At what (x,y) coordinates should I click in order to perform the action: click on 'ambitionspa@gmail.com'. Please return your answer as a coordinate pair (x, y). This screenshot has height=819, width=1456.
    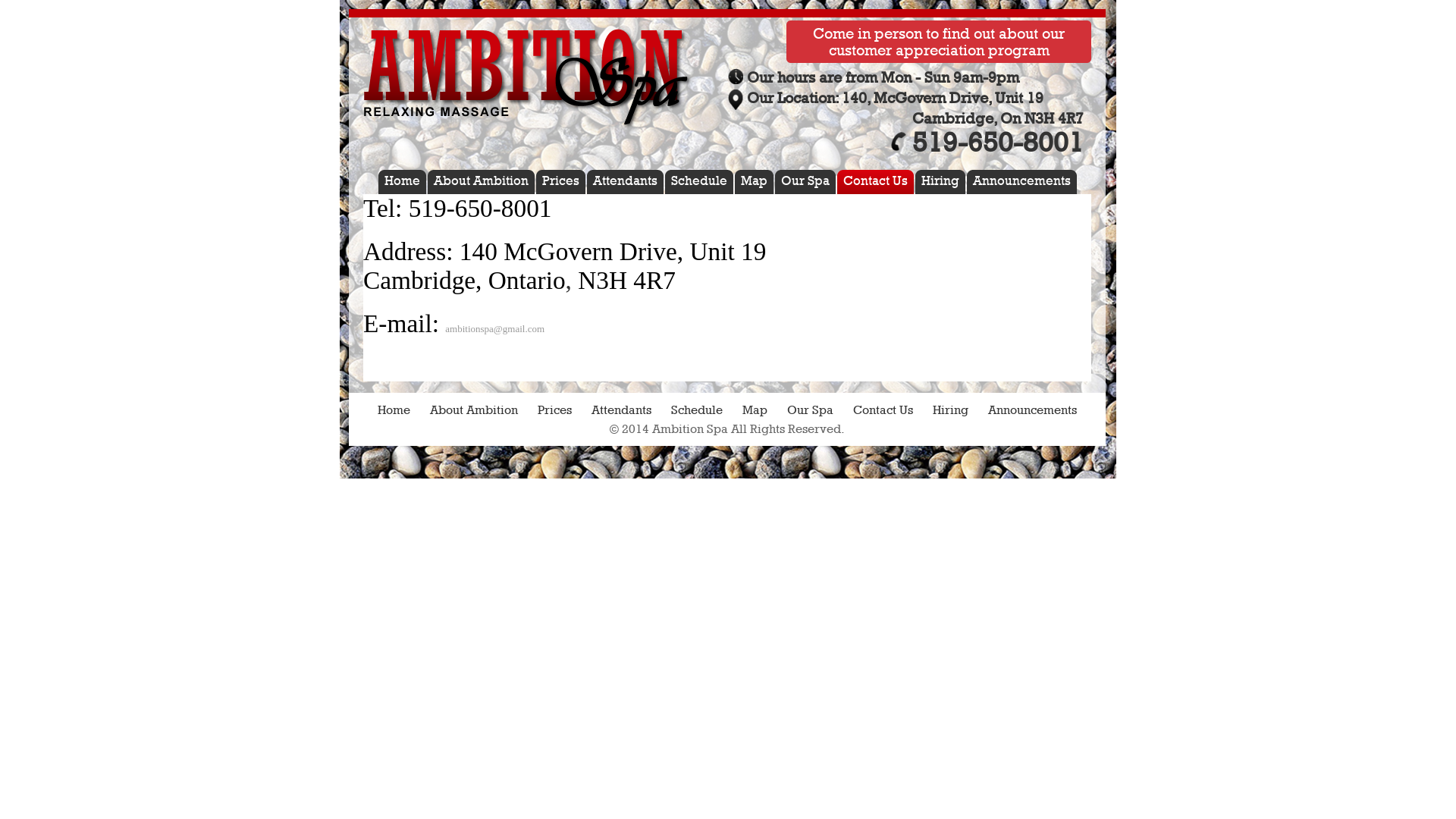
    Looking at the image, I should click on (494, 328).